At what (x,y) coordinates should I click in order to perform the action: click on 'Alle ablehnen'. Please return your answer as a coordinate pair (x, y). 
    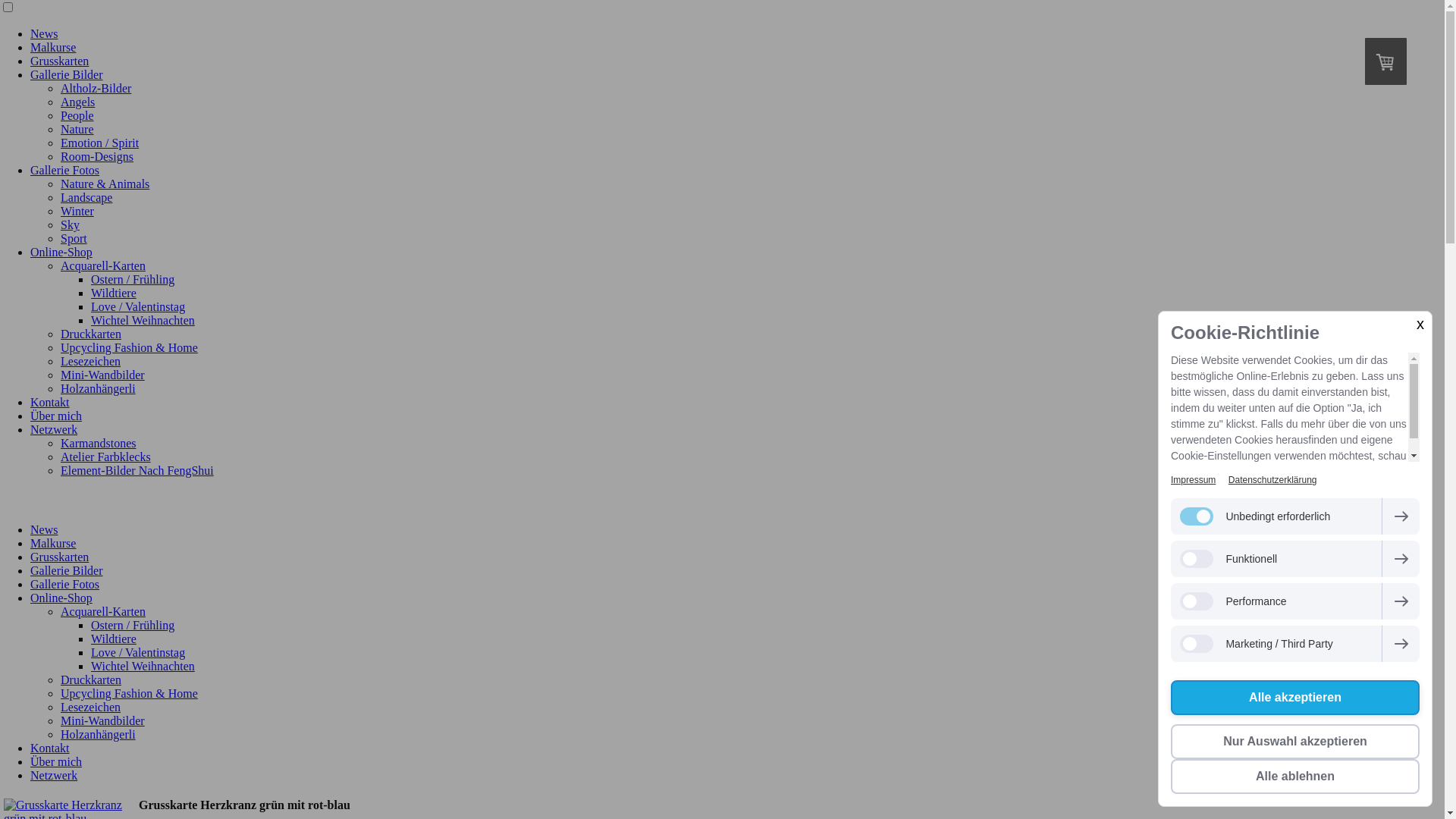
    Looking at the image, I should click on (1294, 776).